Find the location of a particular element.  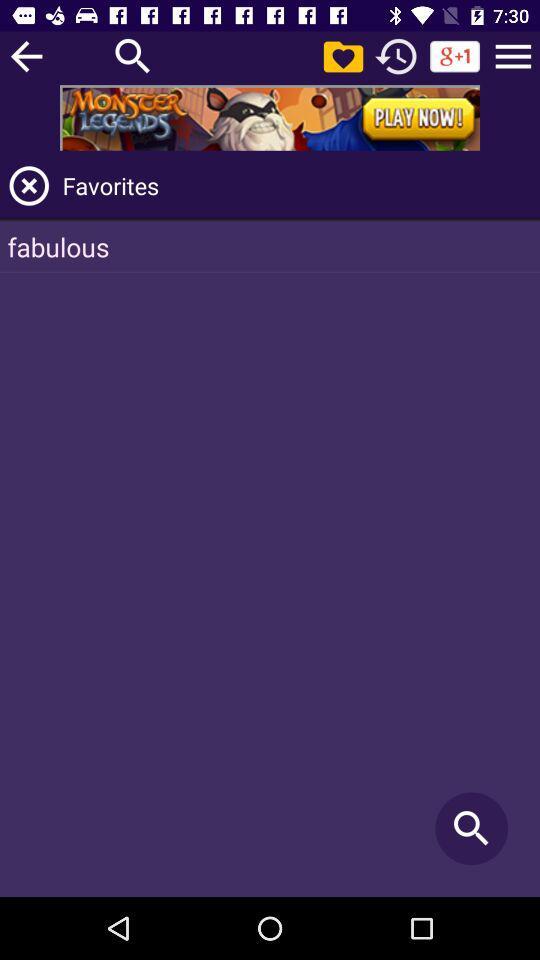

the fabulous is located at coordinates (270, 245).